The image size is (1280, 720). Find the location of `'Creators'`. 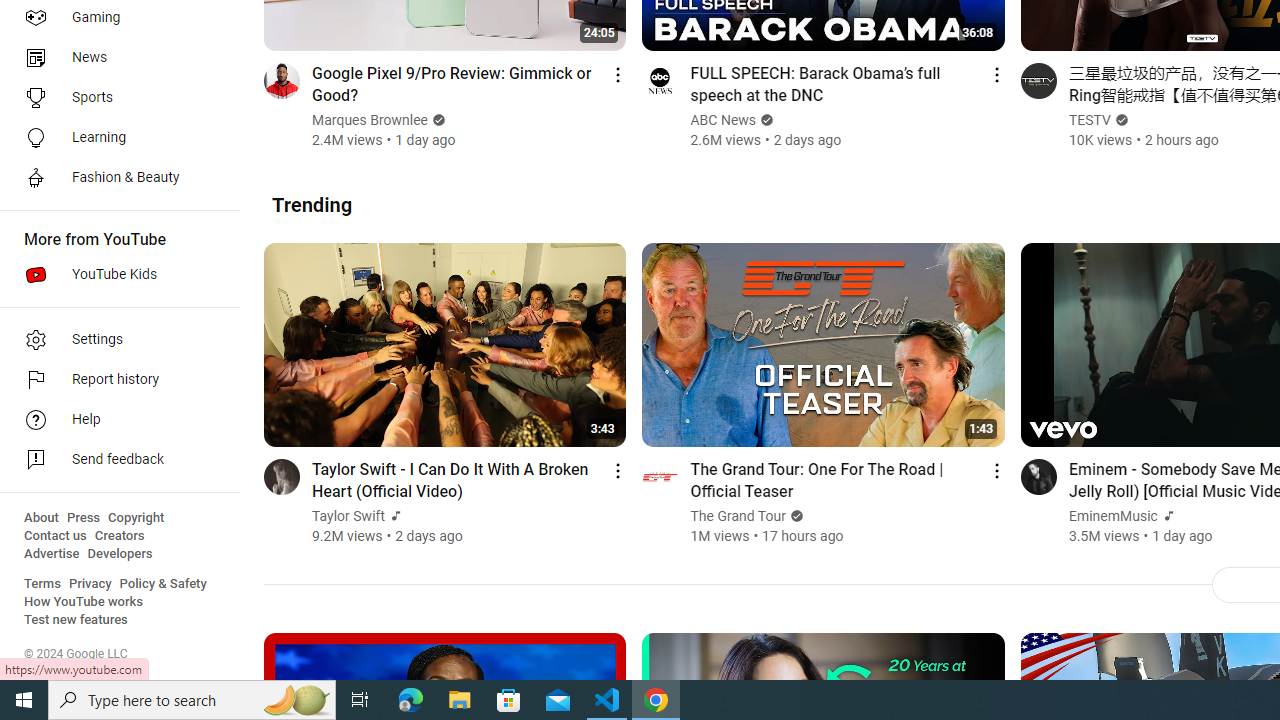

'Creators' is located at coordinates (118, 535).